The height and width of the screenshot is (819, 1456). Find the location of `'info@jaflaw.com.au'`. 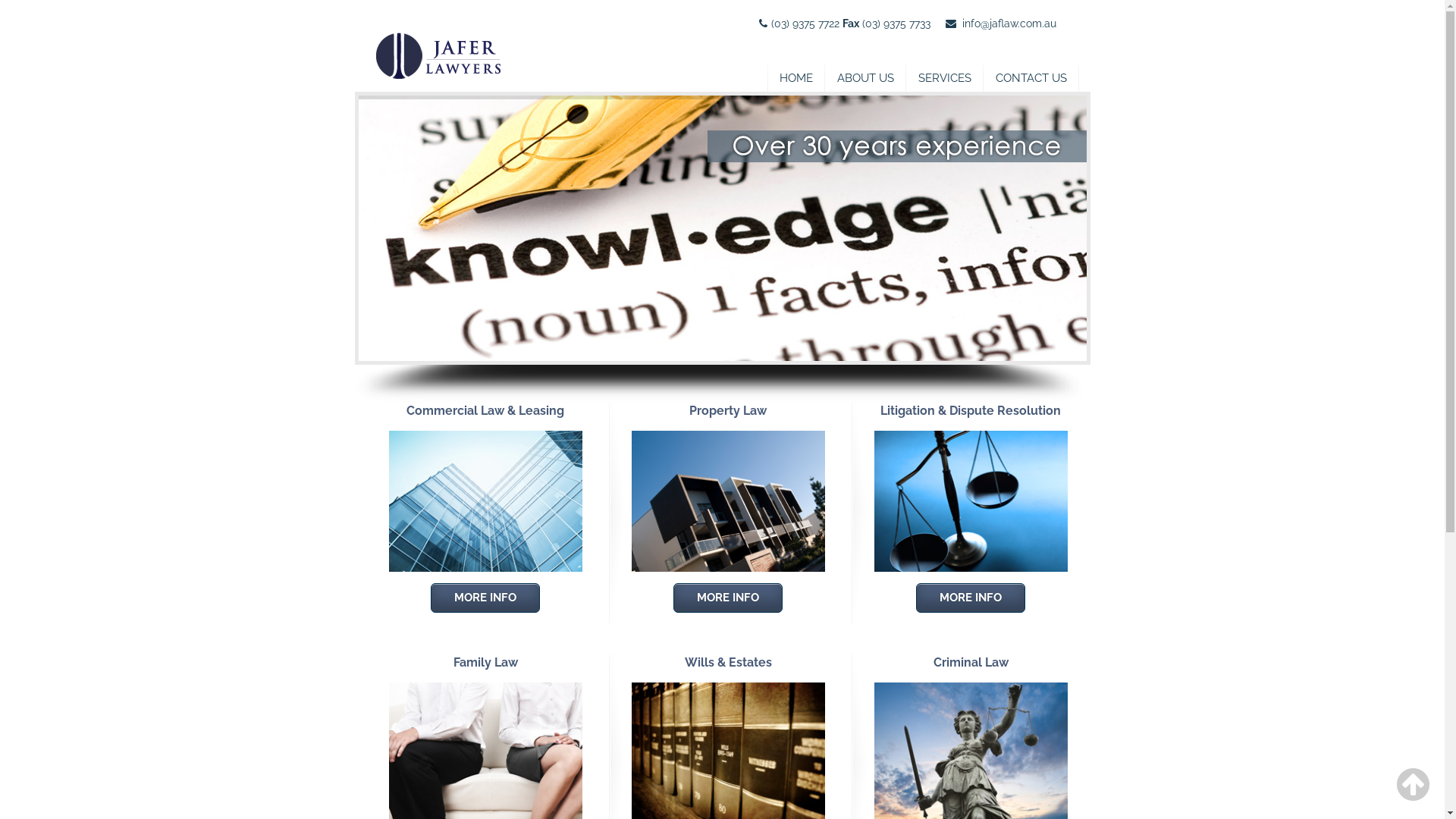

'info@jaflaw.com.au' is located at coordinates (960, 23).